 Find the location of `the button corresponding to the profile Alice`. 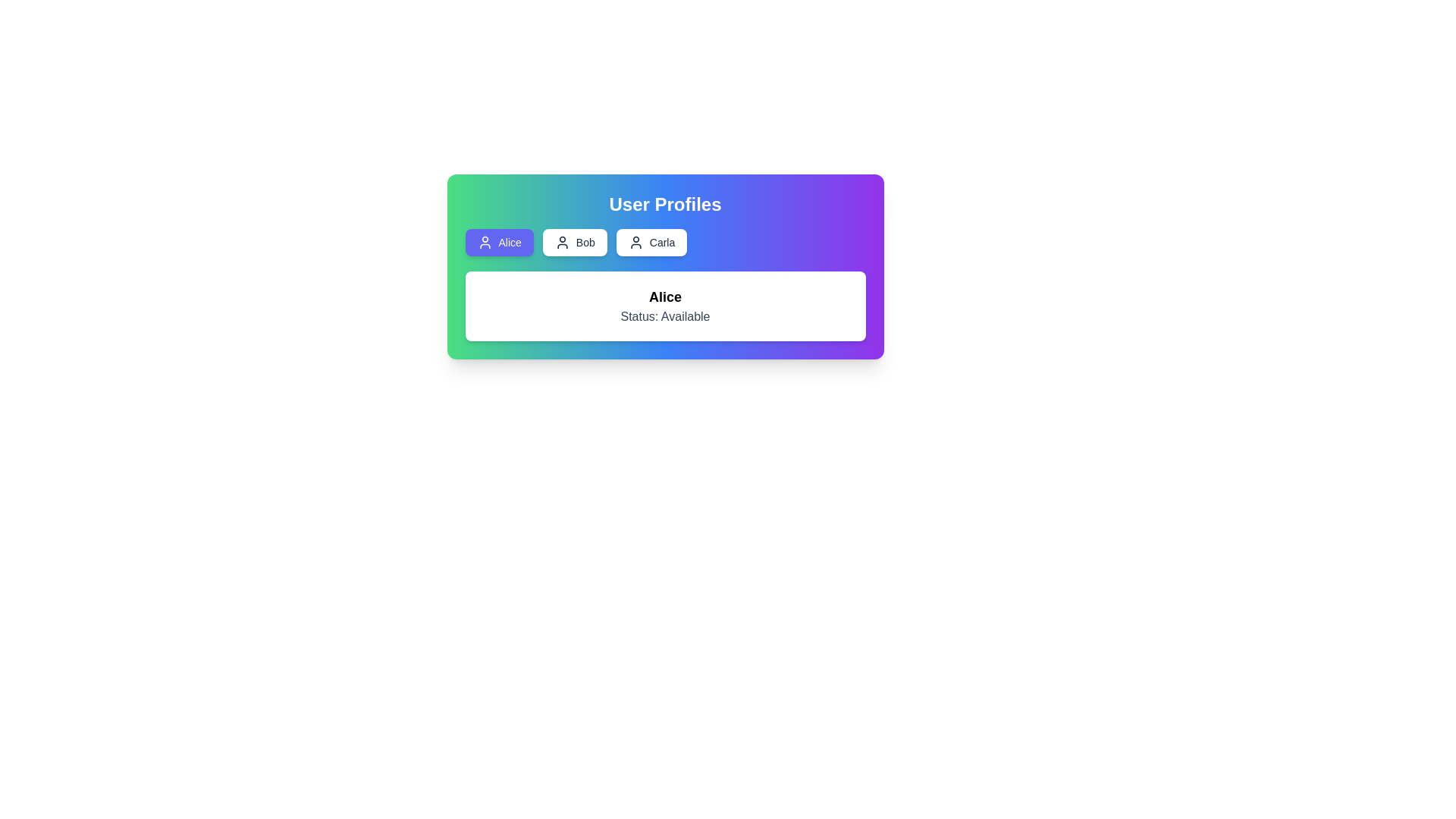

the button corresponding to the profile Alice is located at coordinates (499, 242).